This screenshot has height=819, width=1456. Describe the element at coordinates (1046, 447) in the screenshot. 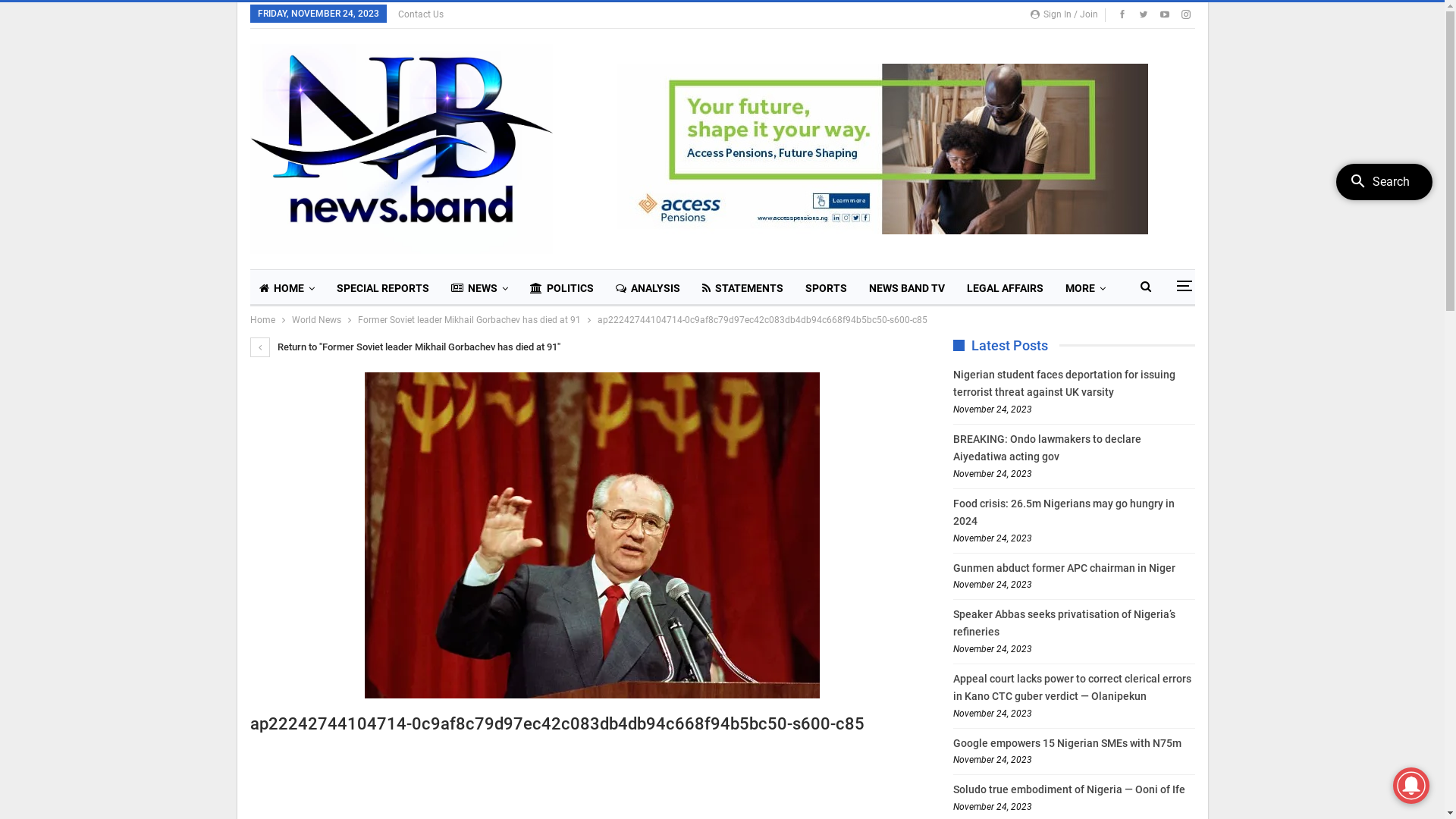

I see `'BREAKING: Ondo lawmakers to declare Aiyedatiwa acting gov'` at that location.